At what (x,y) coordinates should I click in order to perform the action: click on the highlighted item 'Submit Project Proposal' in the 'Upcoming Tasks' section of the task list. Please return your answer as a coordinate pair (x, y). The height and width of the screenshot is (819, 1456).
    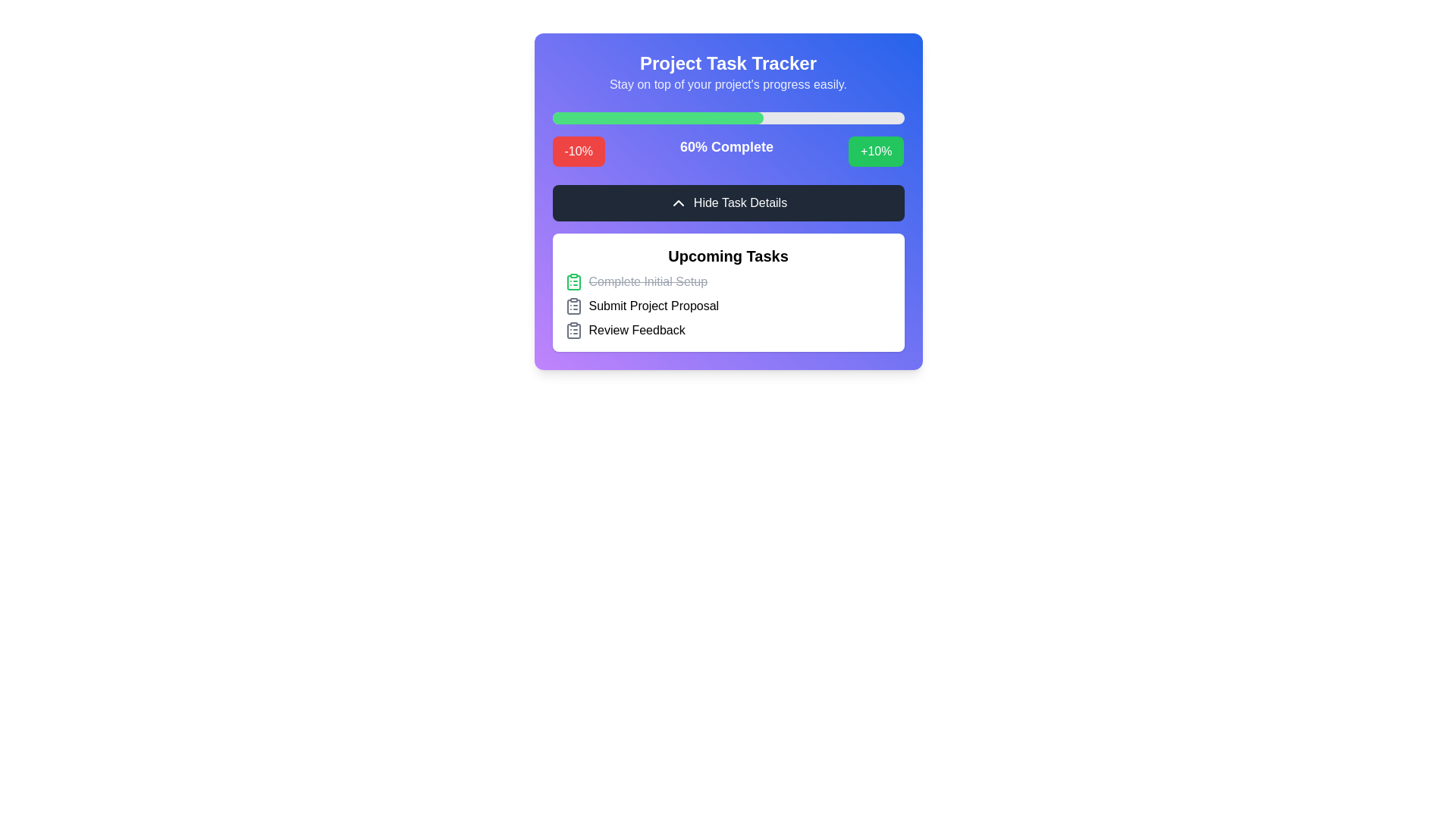
    Looking at the image, I should click on (728, 306).